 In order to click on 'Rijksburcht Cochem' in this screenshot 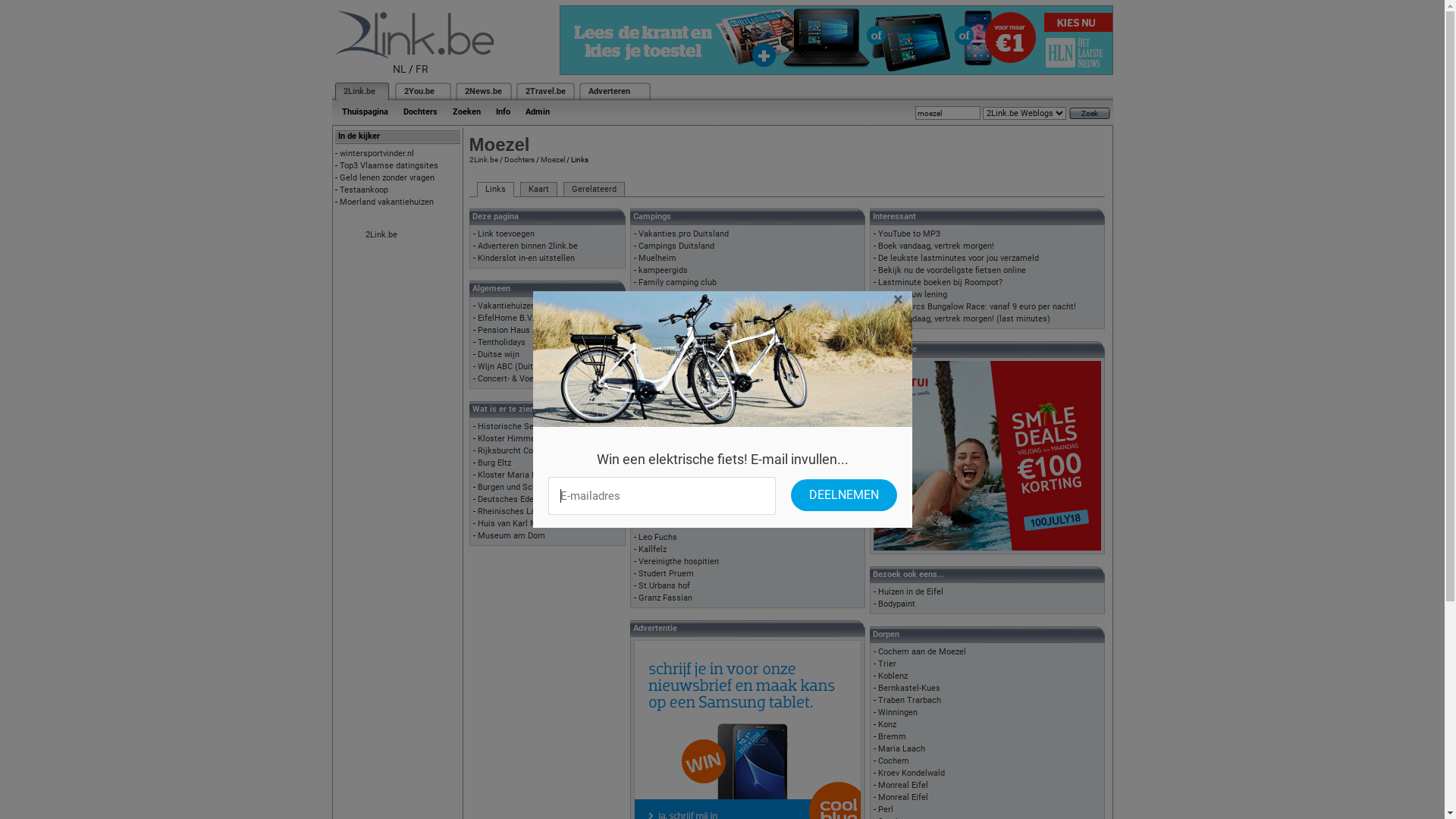, I will do `click(516, 450)`.